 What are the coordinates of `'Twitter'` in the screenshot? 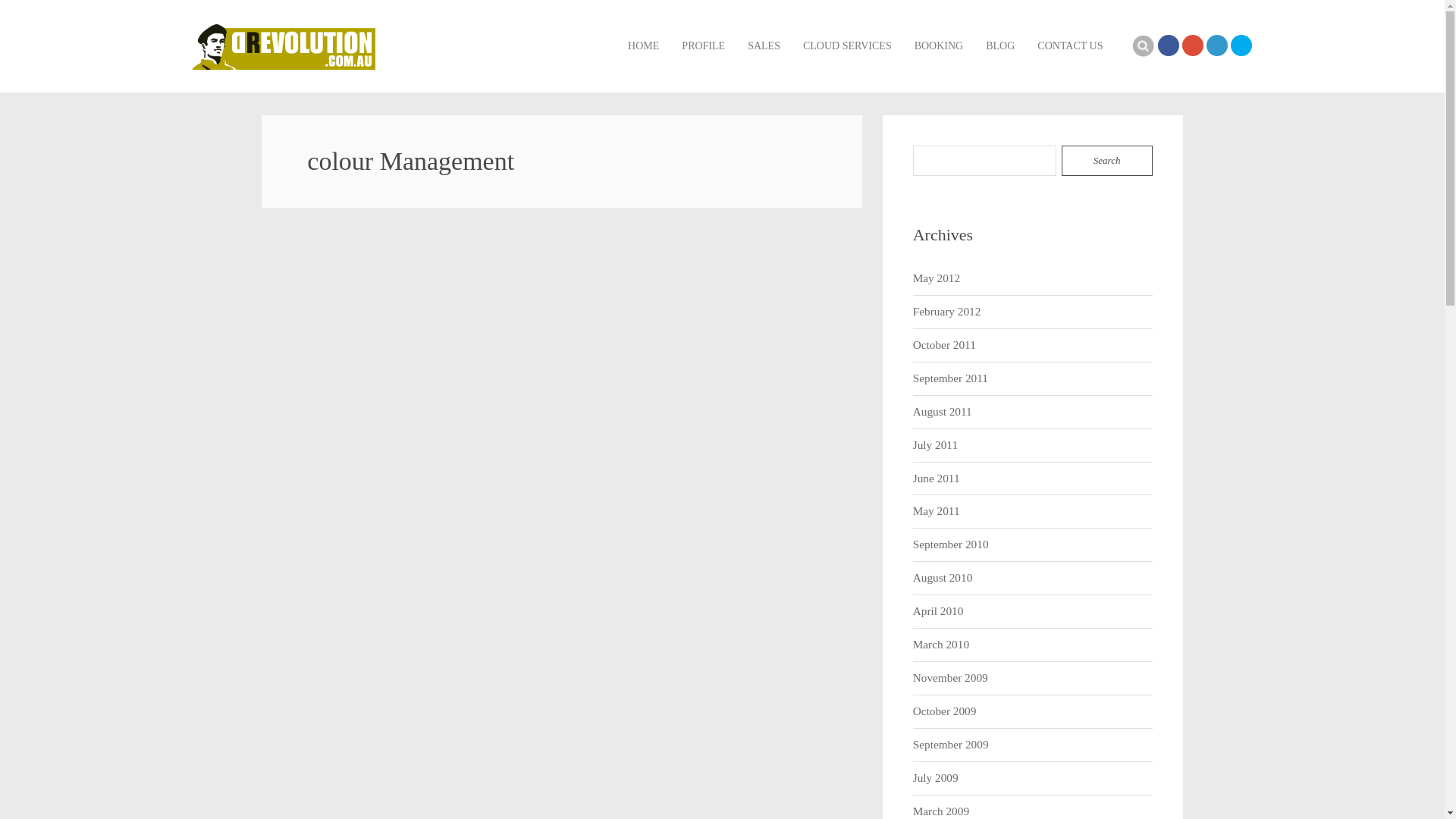 It's located at (1241, 45).